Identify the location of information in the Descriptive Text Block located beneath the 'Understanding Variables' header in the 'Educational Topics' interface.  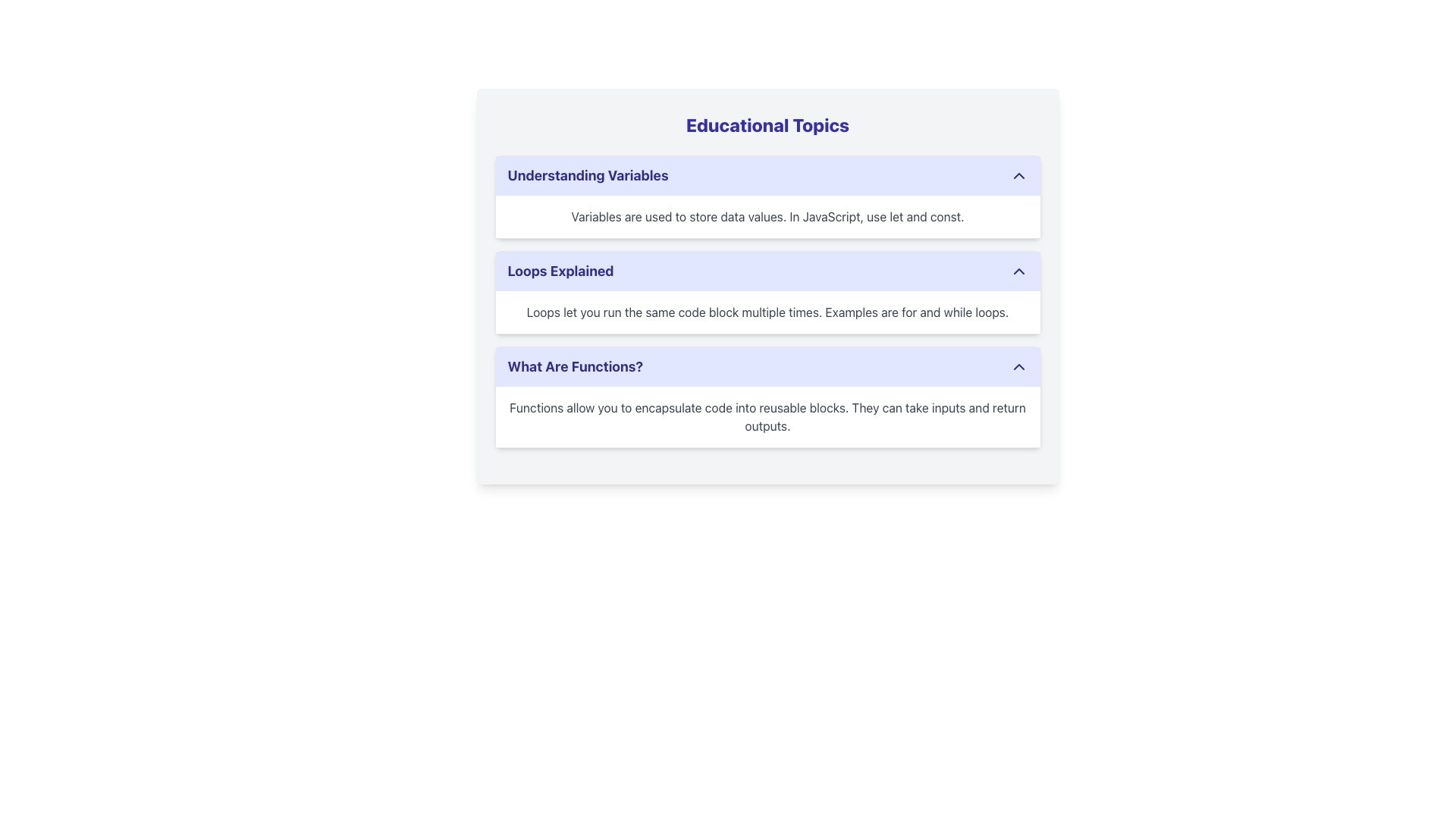
(767, 216).